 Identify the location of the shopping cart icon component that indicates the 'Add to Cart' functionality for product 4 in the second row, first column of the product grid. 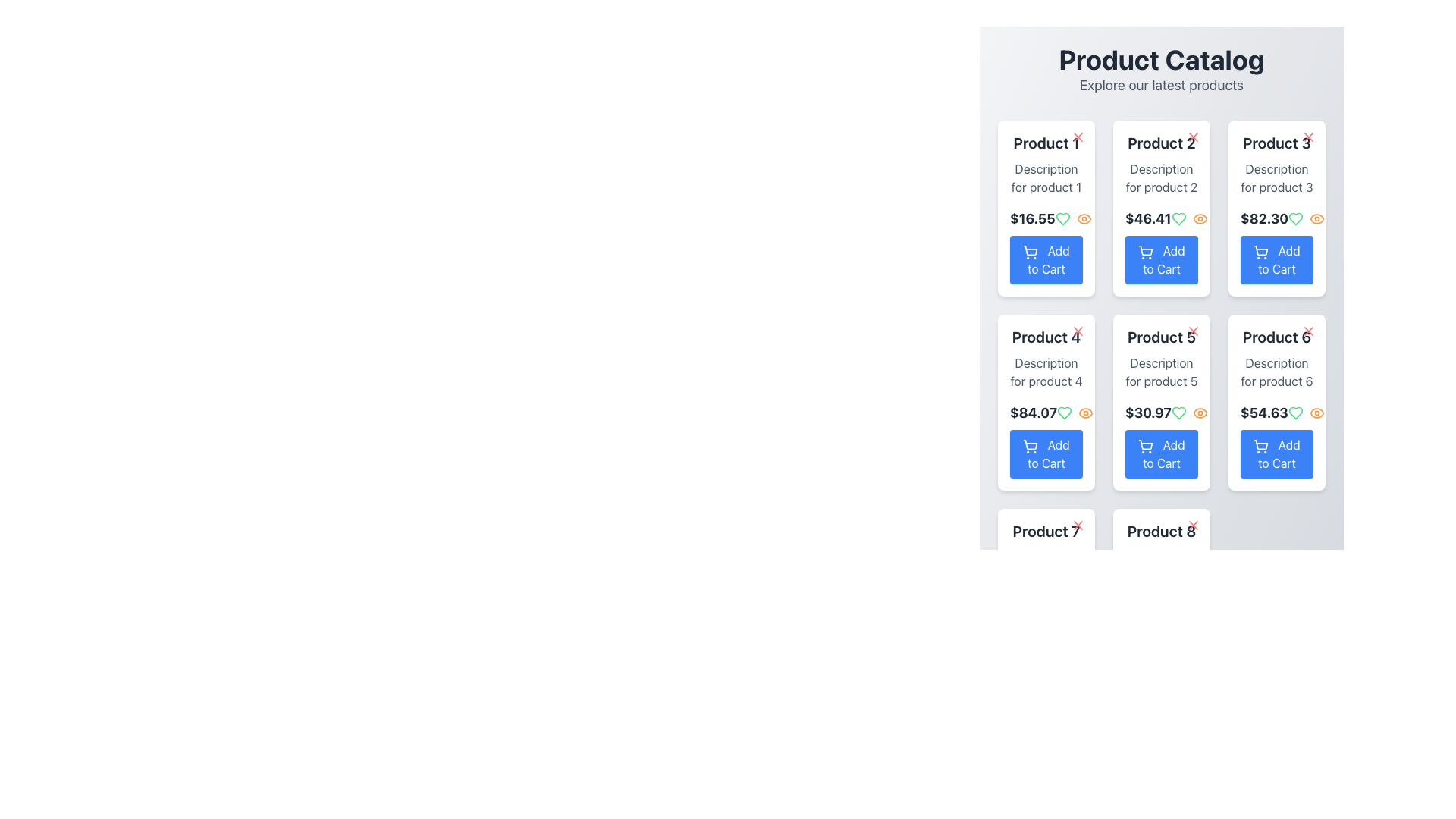
(1031, 444).